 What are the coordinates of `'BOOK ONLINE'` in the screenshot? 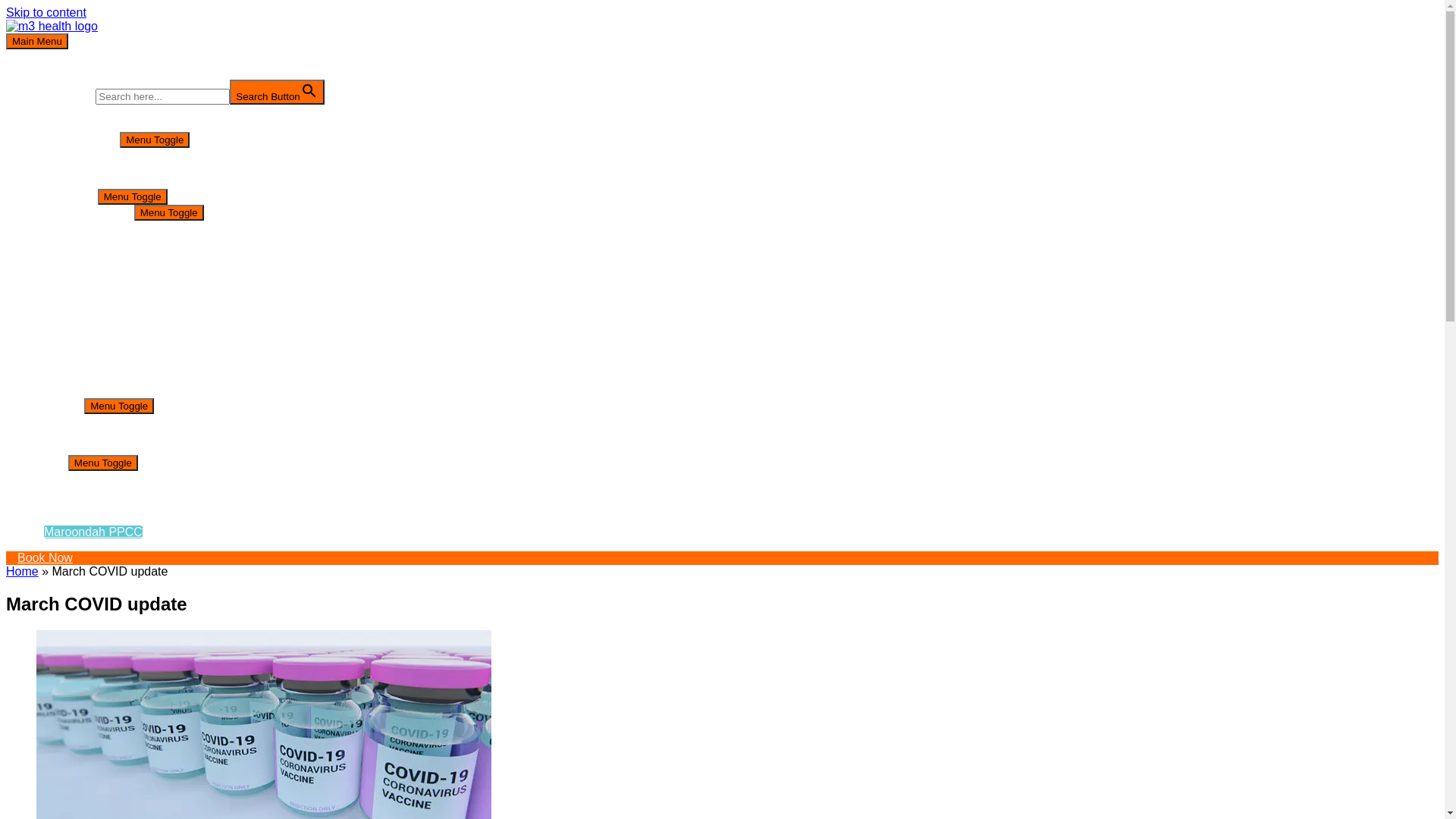 It's located at (77, 139).